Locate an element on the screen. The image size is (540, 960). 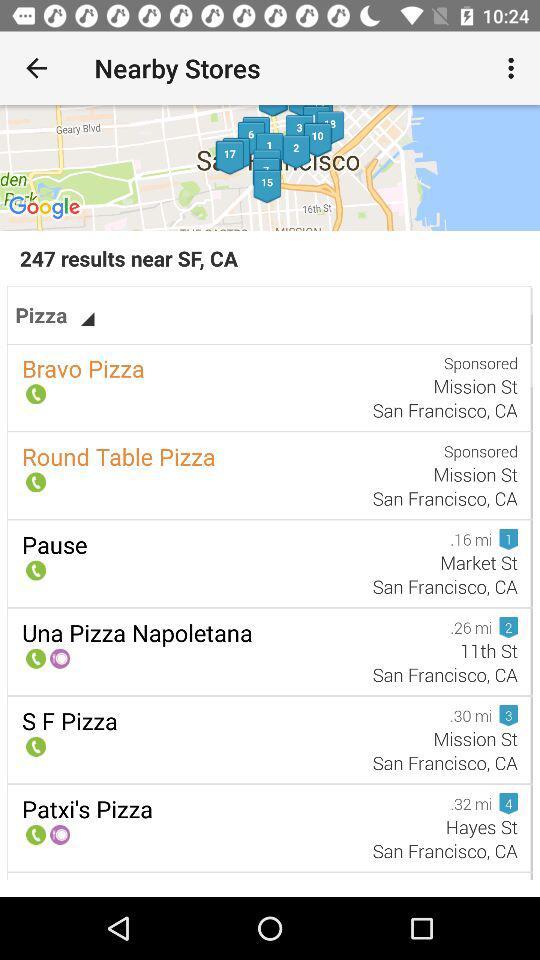
the icon which is above the text sf pizza is located at coordinates (33, 745).